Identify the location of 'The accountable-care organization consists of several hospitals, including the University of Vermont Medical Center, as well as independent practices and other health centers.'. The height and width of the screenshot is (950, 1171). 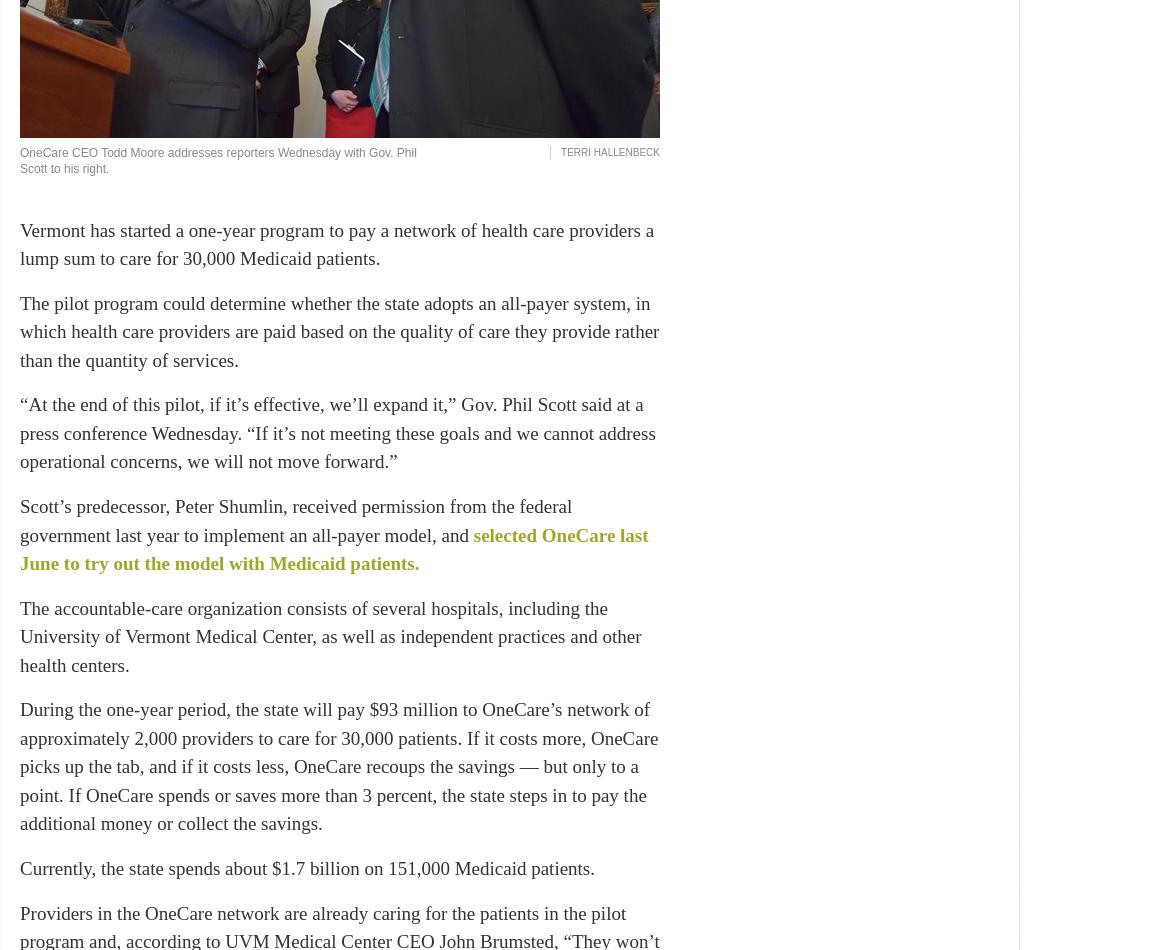
(330, 636).